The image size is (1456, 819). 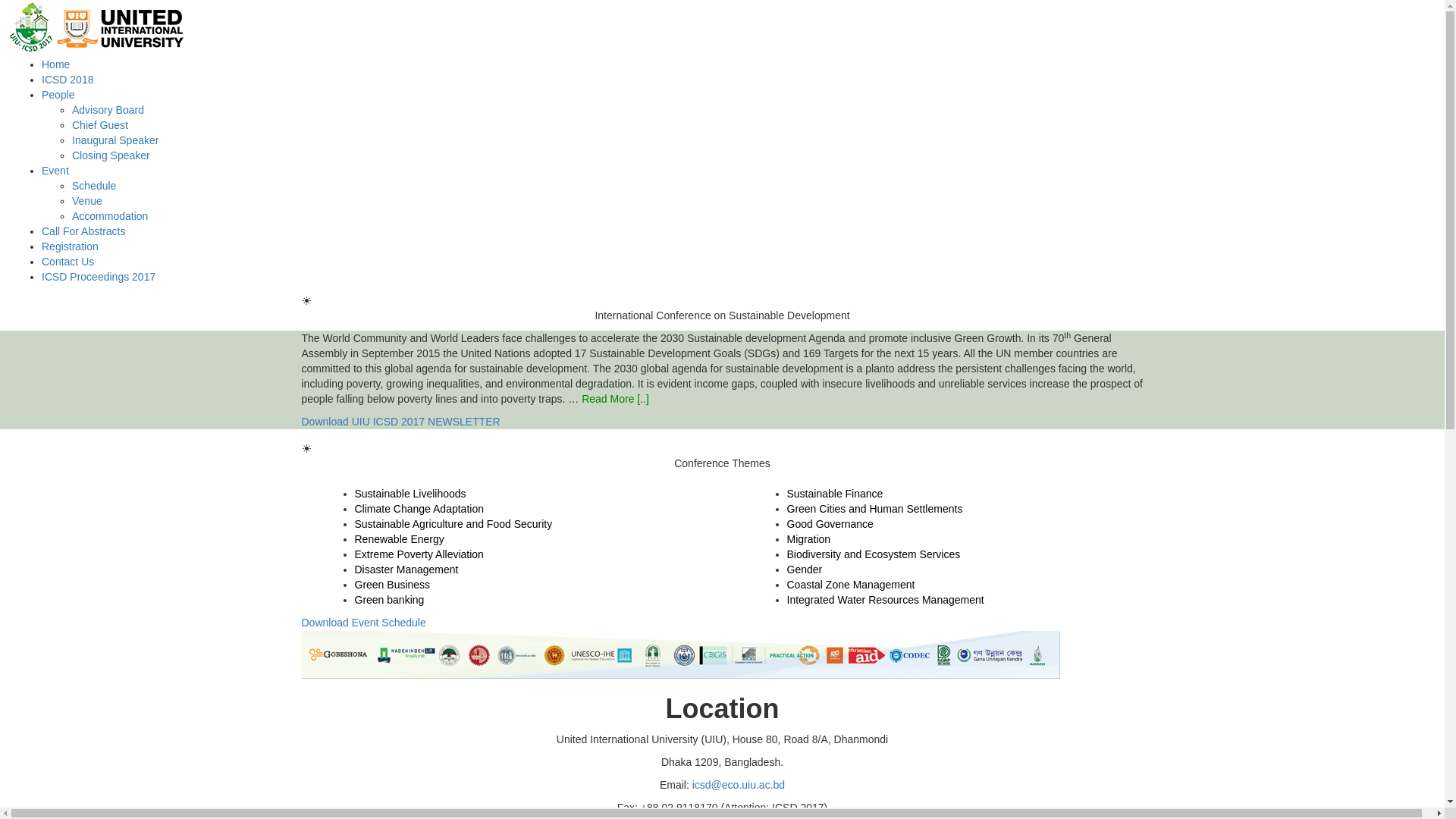 I want to click on 'Call For Abstracts', so click(x=83, y=231).